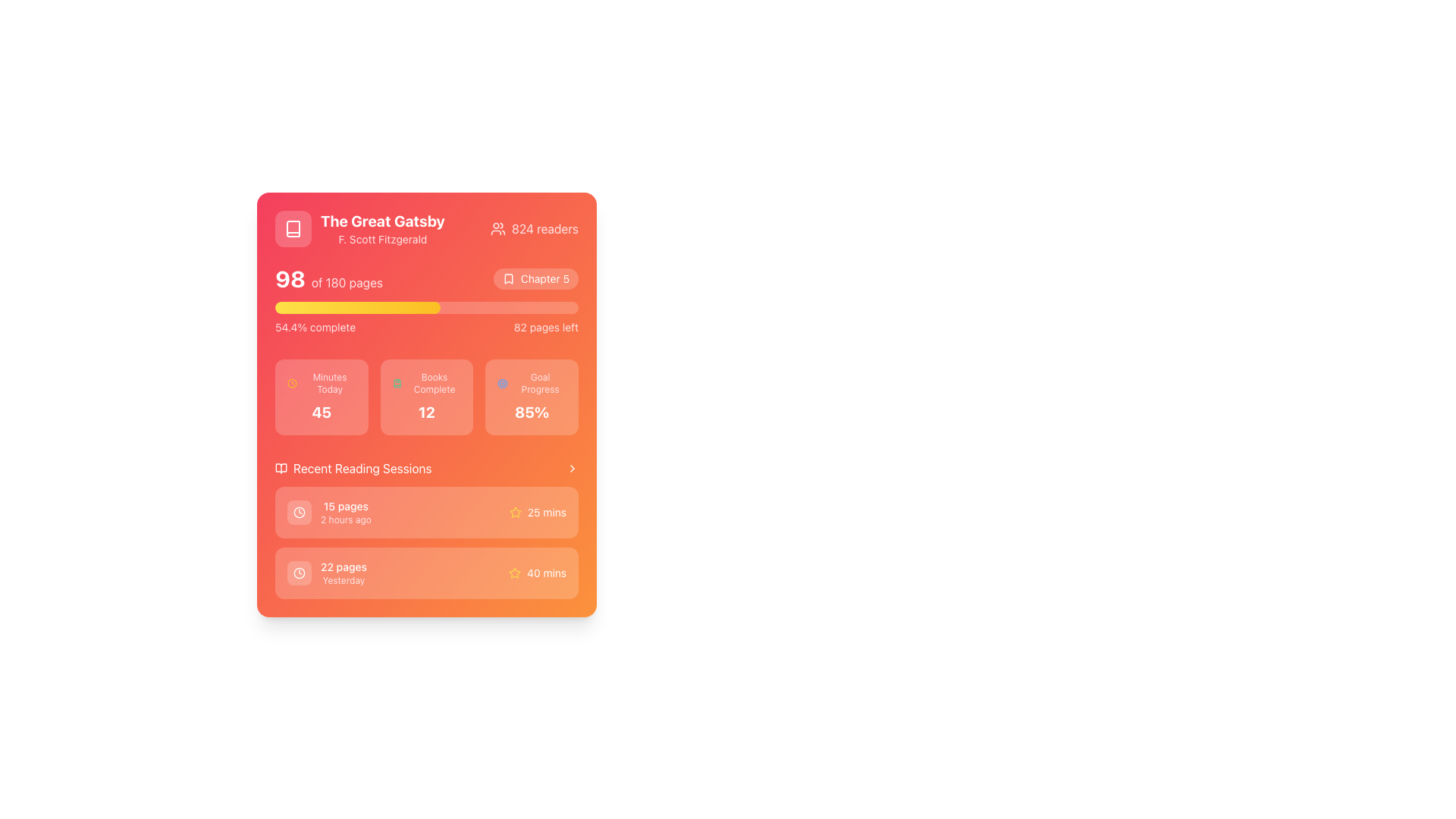 The height and width of the screenshot is (819, 1456). Describe the element at coordinates (293, 228) in the screenshot. I see `the SVG Icon representing a book, located at the top-left corner of the card interface near 'The Great Gatsby'` at that location.